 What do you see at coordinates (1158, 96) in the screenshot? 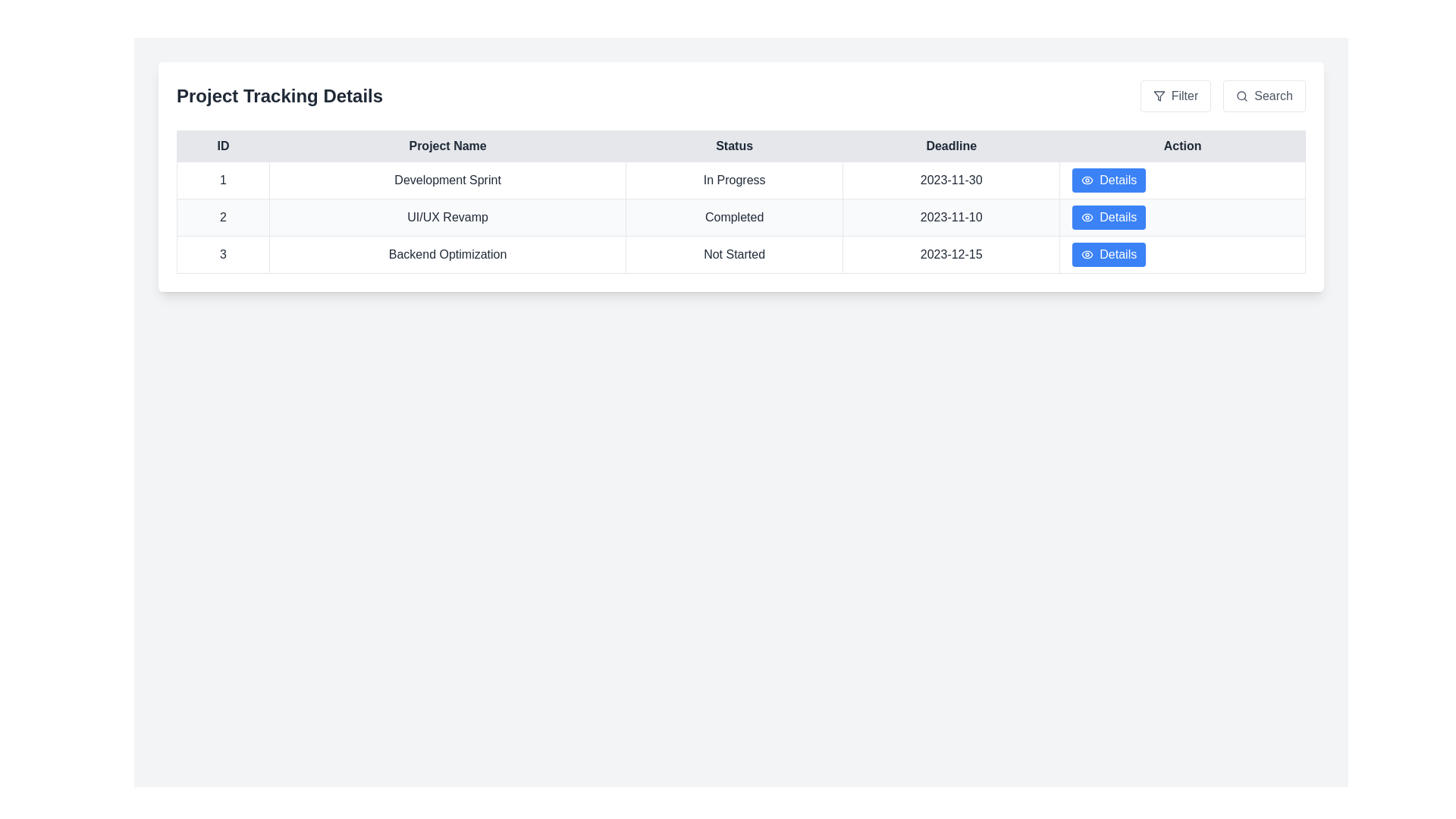
I see `the triangular funnel icon within the 'Filter' button located at the top-right corner of the interface` at bounding box center [1158, 96].